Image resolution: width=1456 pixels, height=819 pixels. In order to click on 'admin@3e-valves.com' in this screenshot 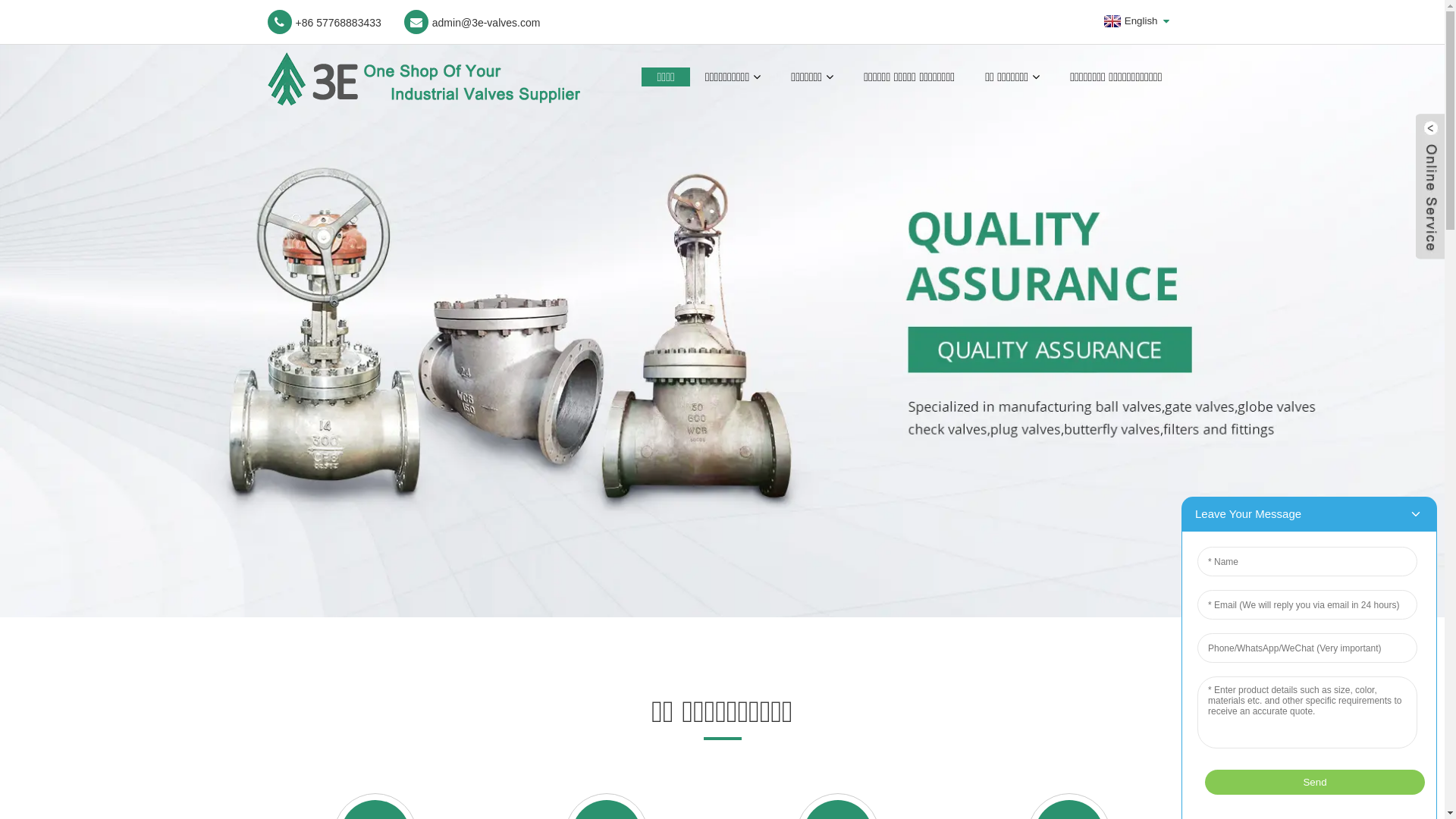, I will do `click(472, 22)`.